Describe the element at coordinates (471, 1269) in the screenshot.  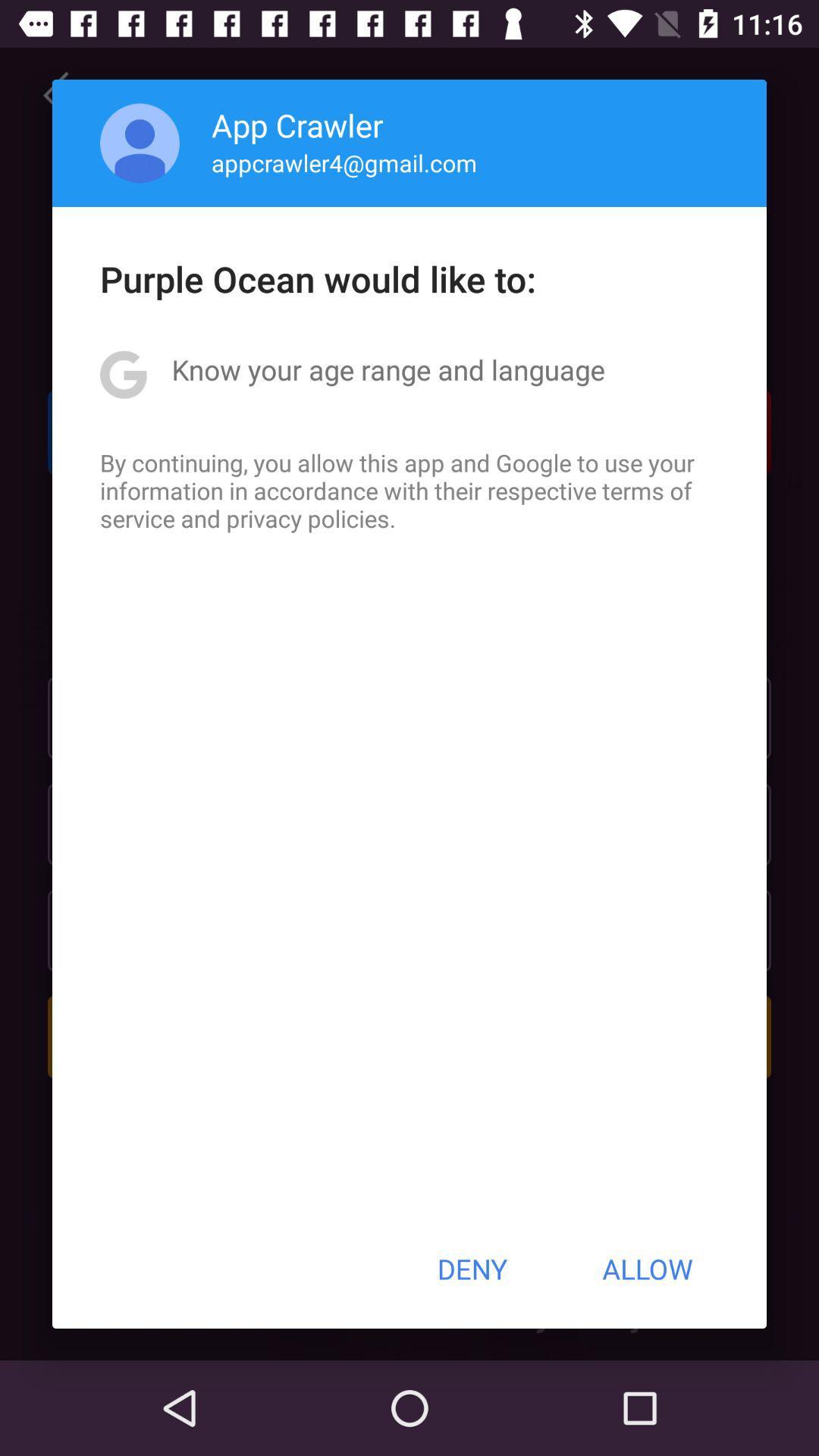
I see `deny item` at that location.